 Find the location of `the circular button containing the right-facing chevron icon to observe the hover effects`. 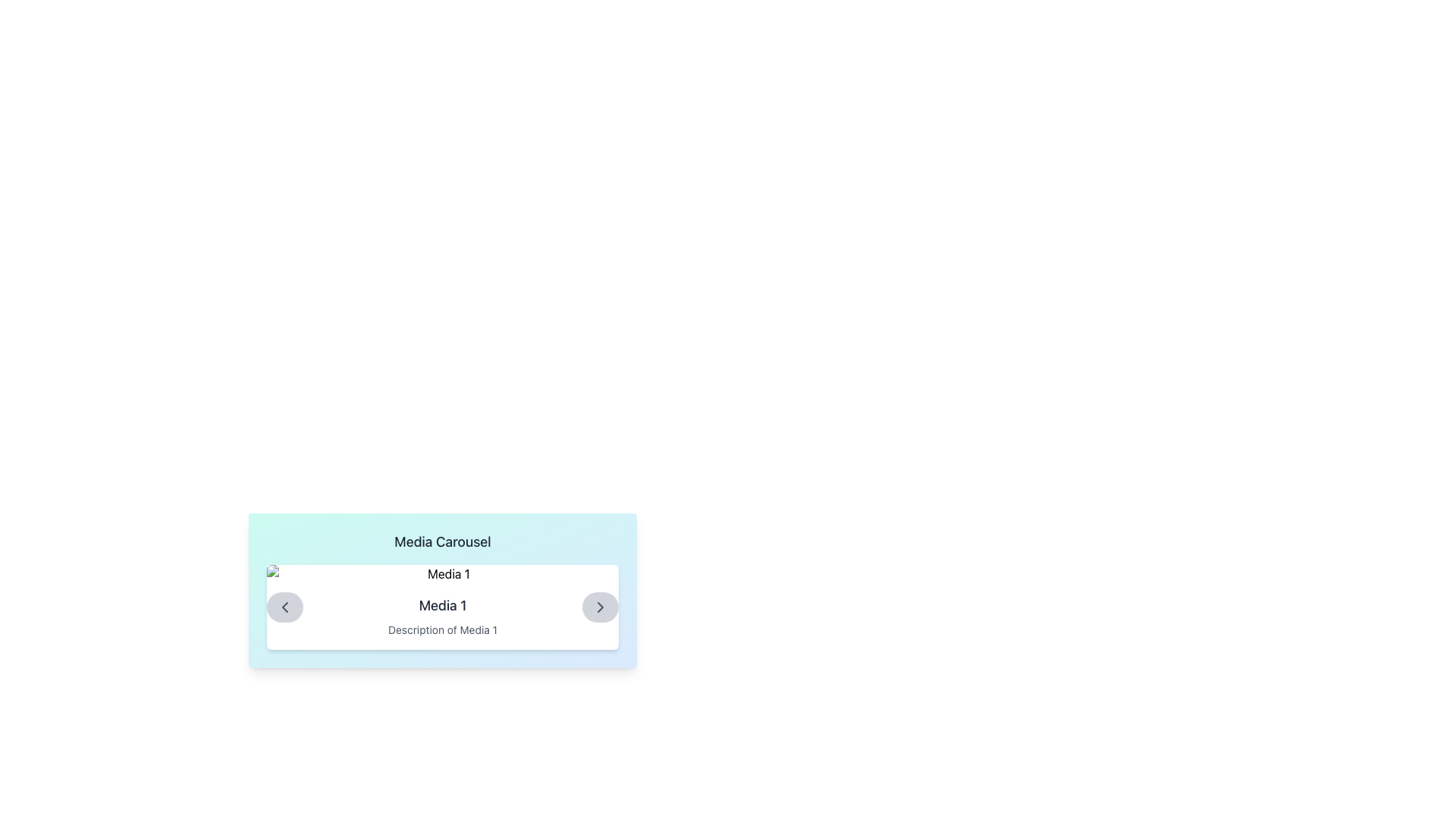

the circular button containing the right-facing chevron icon to observe the hover effects is located at coordinates (600, 607).